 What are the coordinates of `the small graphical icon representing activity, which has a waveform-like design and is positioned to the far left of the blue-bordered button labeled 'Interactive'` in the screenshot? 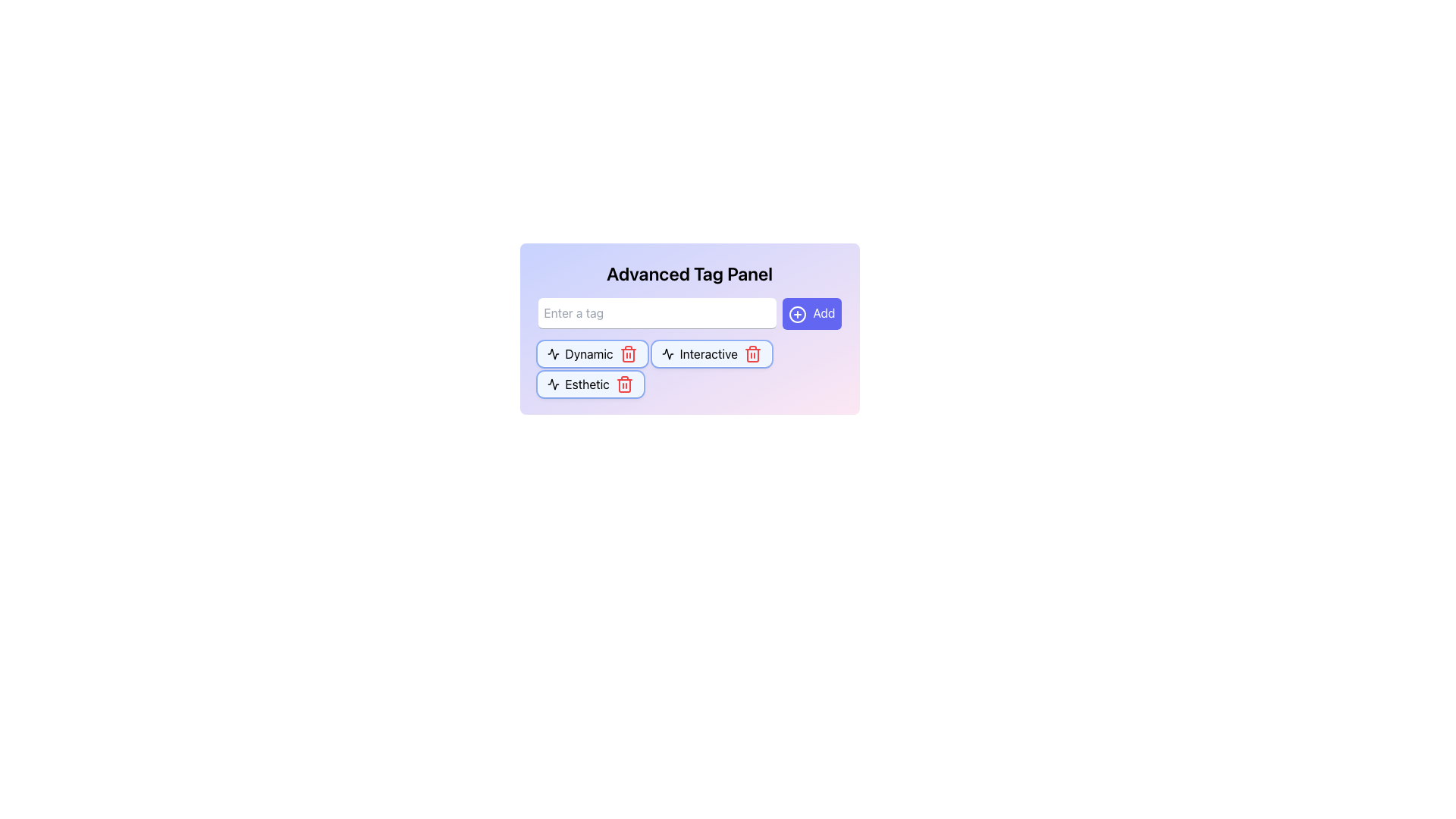 It's located at (667, 353).